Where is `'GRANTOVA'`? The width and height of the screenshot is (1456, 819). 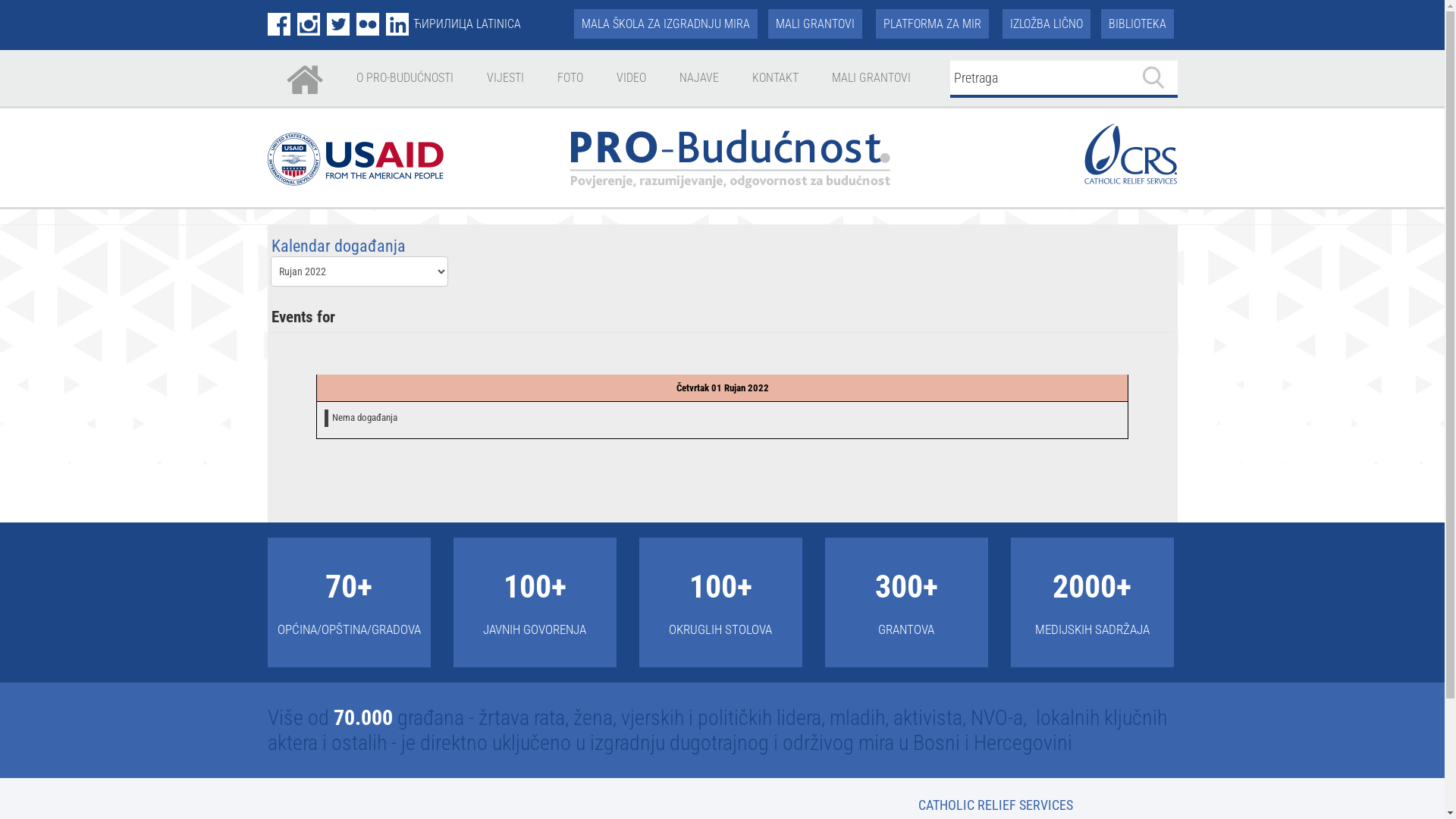
'GRANTOVA' is located at coordinates (906, 629).